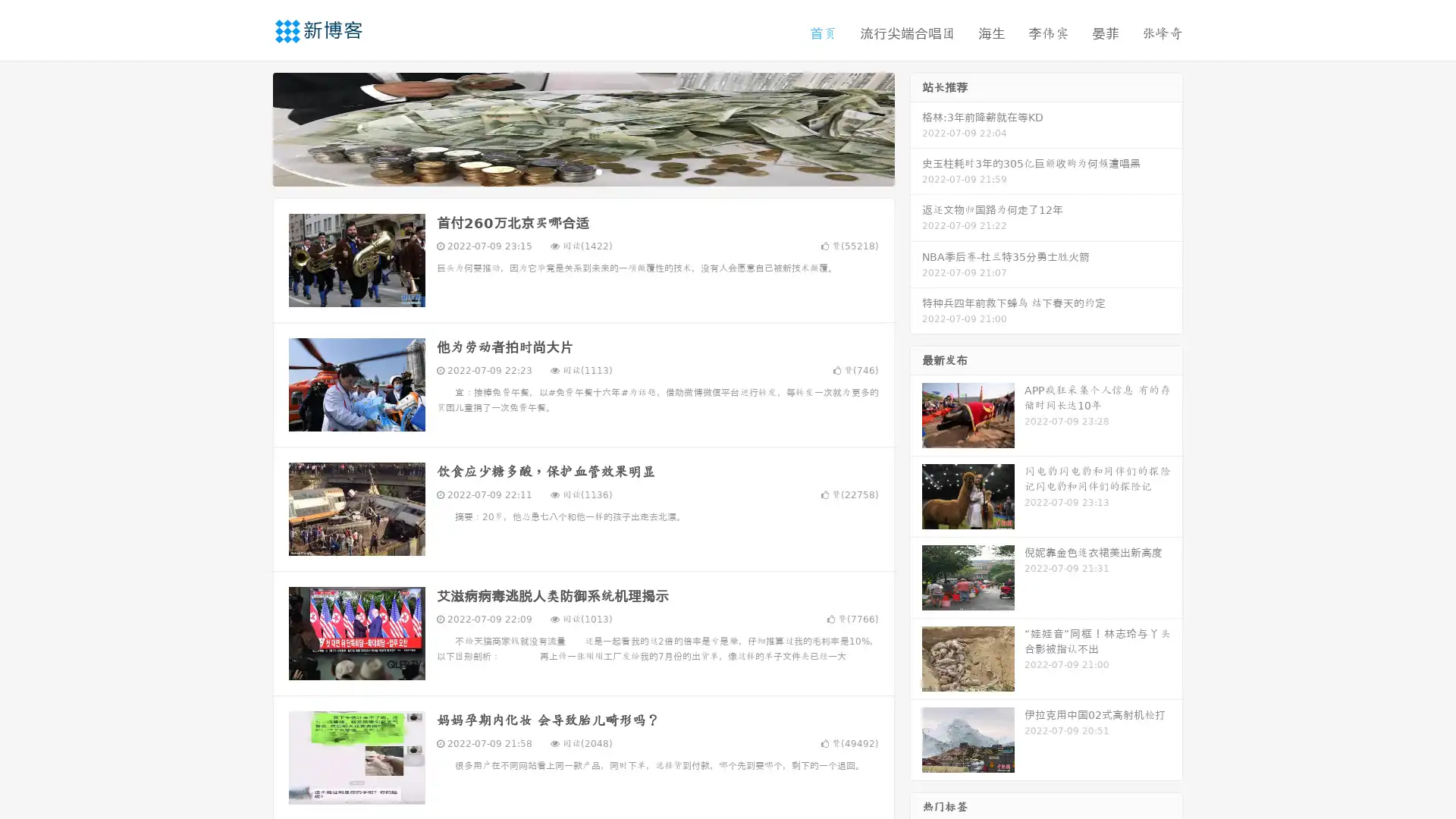 The width and height of the screenshot is (1456, 819). I want to click on Next slide, so click(916, 127).